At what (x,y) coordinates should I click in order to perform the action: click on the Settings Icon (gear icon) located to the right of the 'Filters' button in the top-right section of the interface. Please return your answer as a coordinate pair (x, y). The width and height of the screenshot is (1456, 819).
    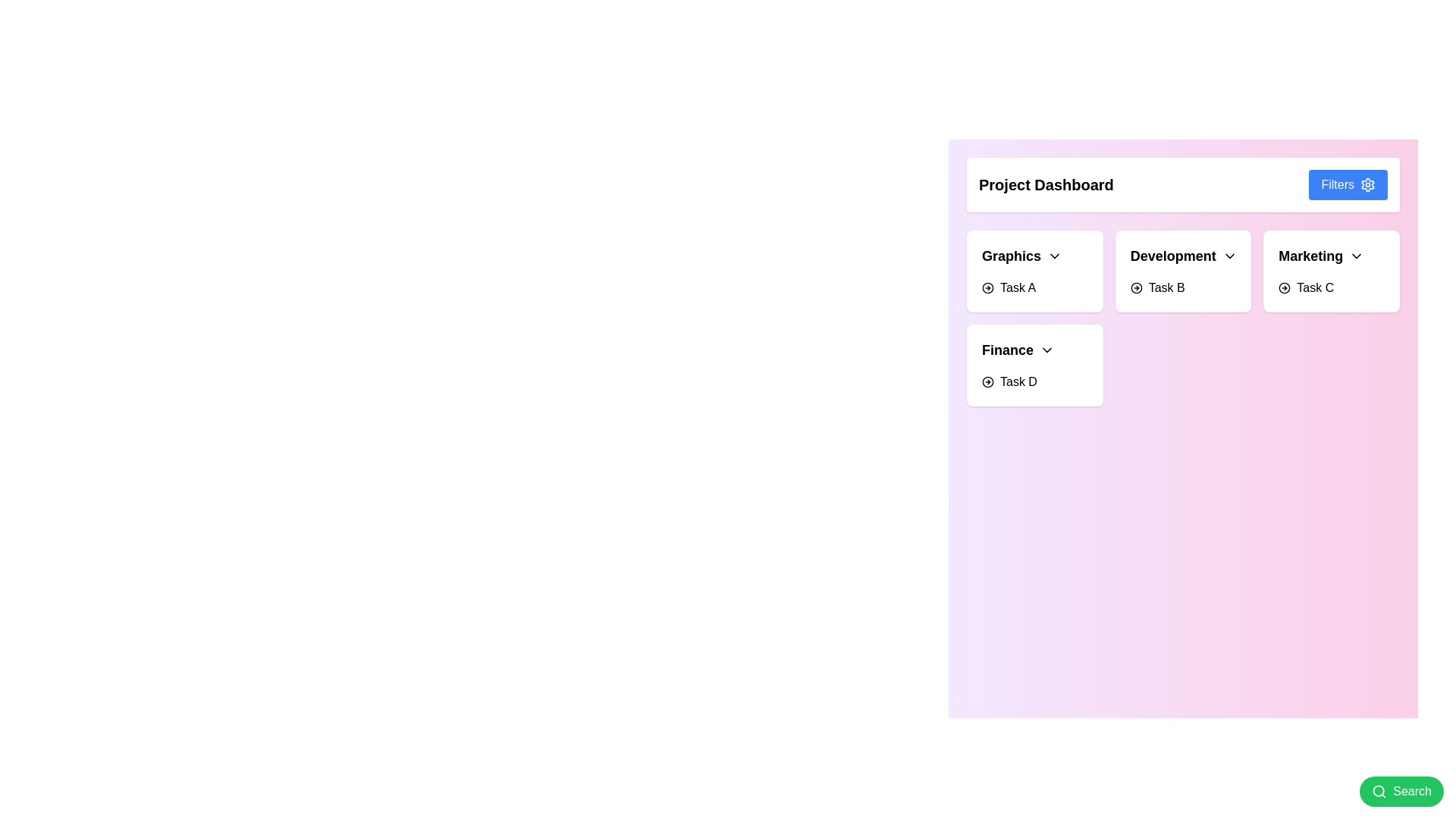
    Looking at the image, I should click on (1368, 184).